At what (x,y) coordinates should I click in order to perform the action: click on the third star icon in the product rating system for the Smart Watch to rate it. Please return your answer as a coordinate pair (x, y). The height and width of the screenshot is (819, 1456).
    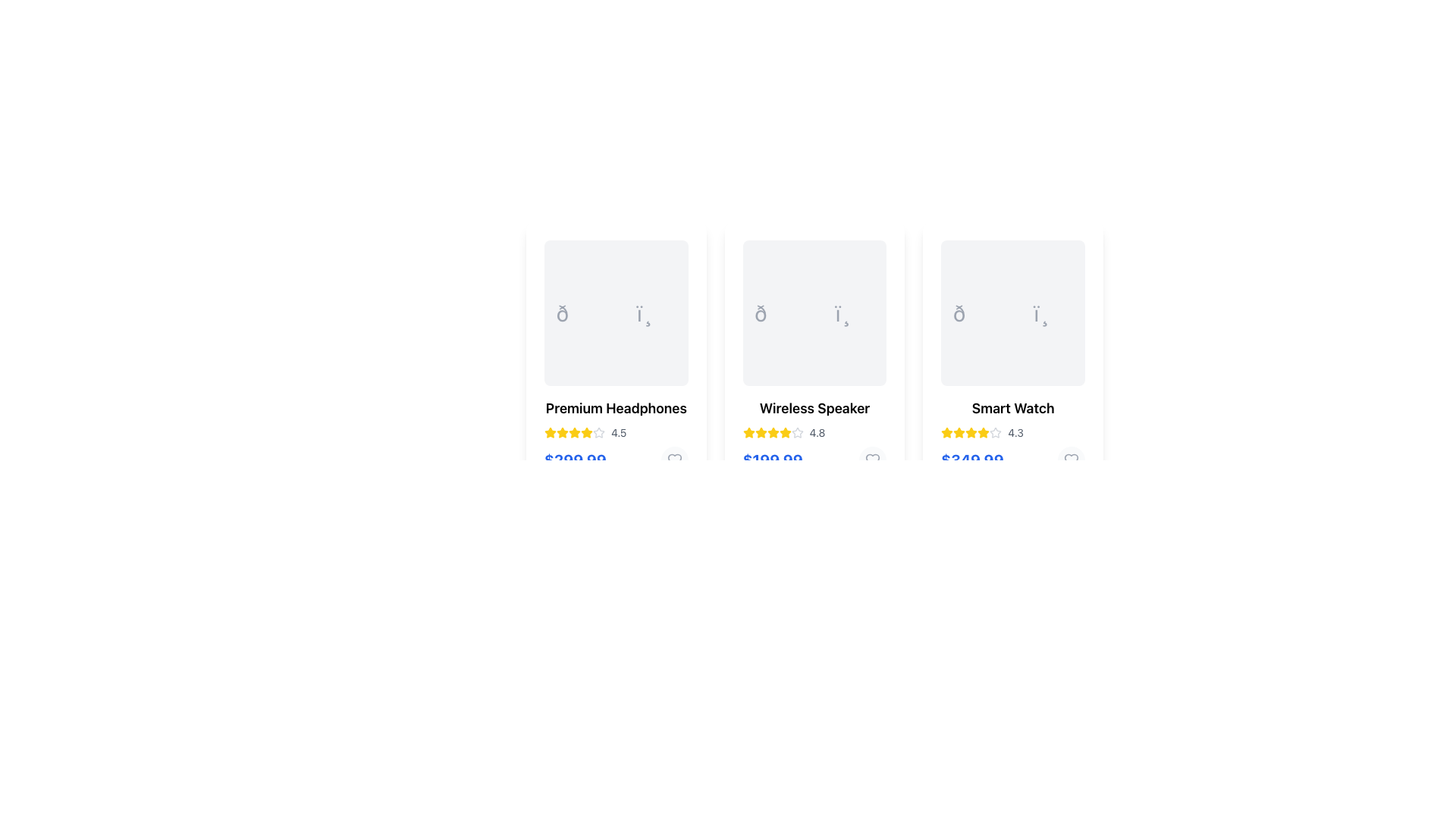
    Looking at the image, I should click on (959, 432).